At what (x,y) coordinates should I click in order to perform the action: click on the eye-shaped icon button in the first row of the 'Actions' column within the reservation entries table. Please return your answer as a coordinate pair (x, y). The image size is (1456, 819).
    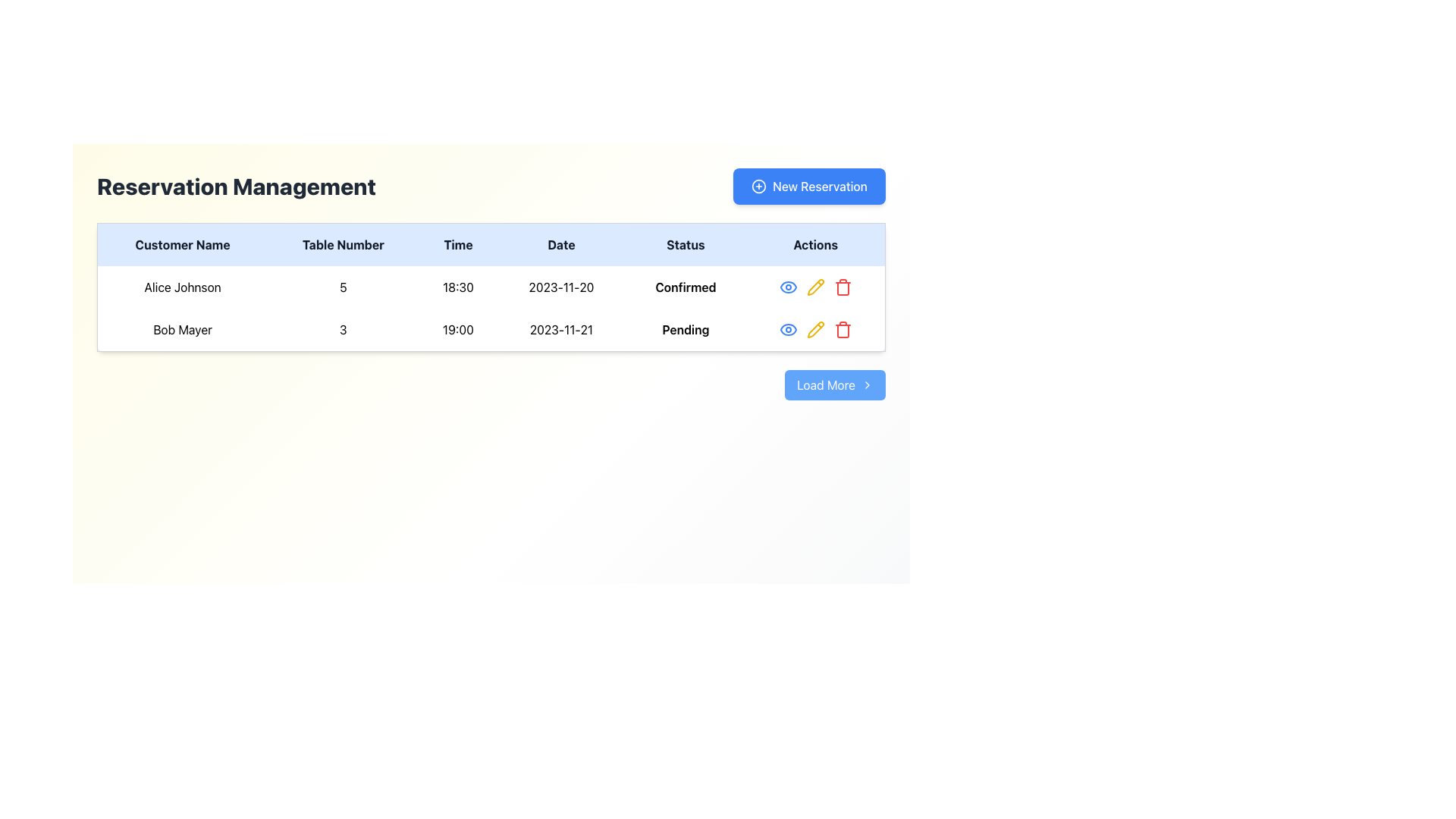
    Looking at the image, I should click on (787, 287).